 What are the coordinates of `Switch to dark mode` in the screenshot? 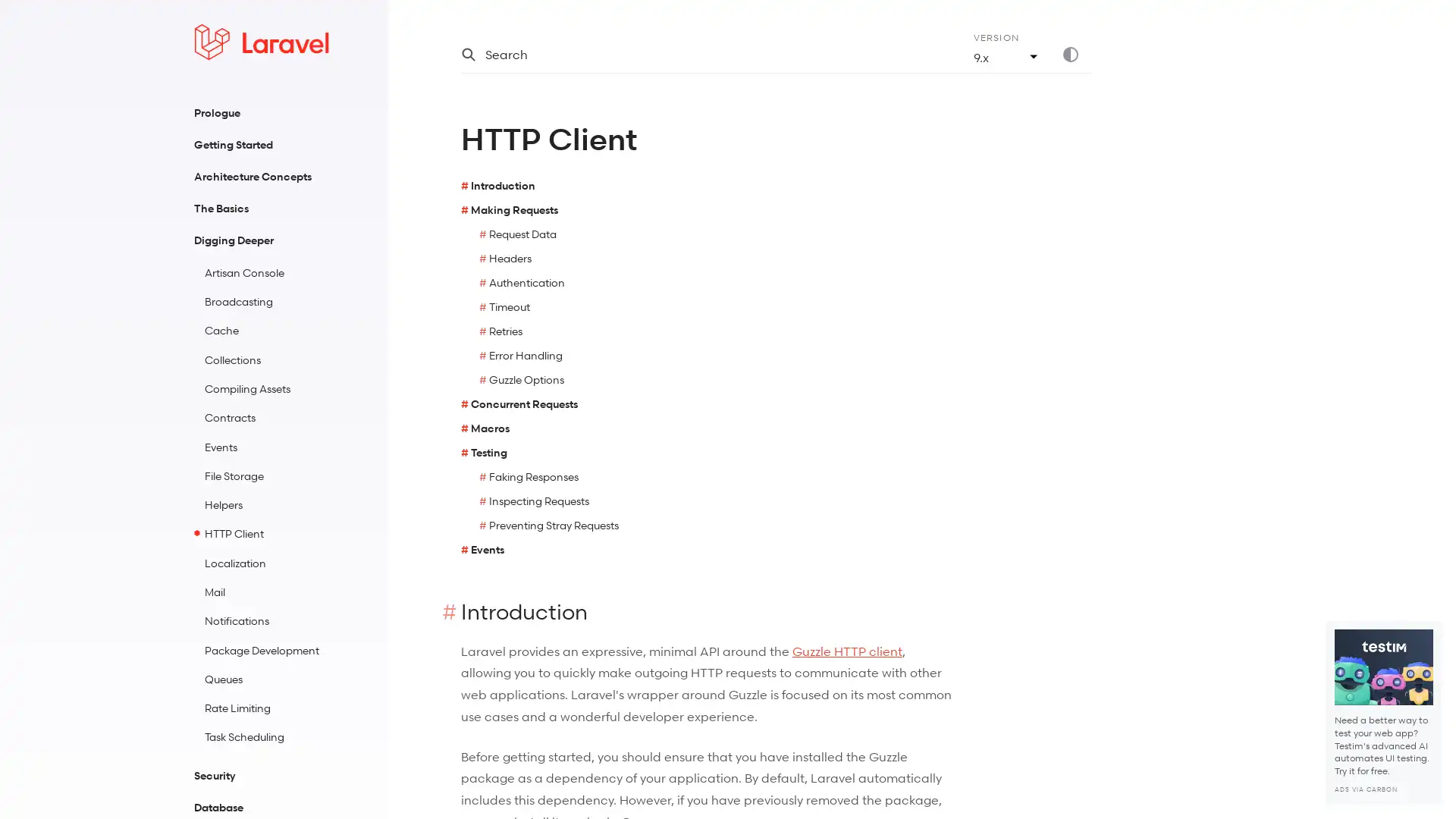 It's located at (1076, 54).